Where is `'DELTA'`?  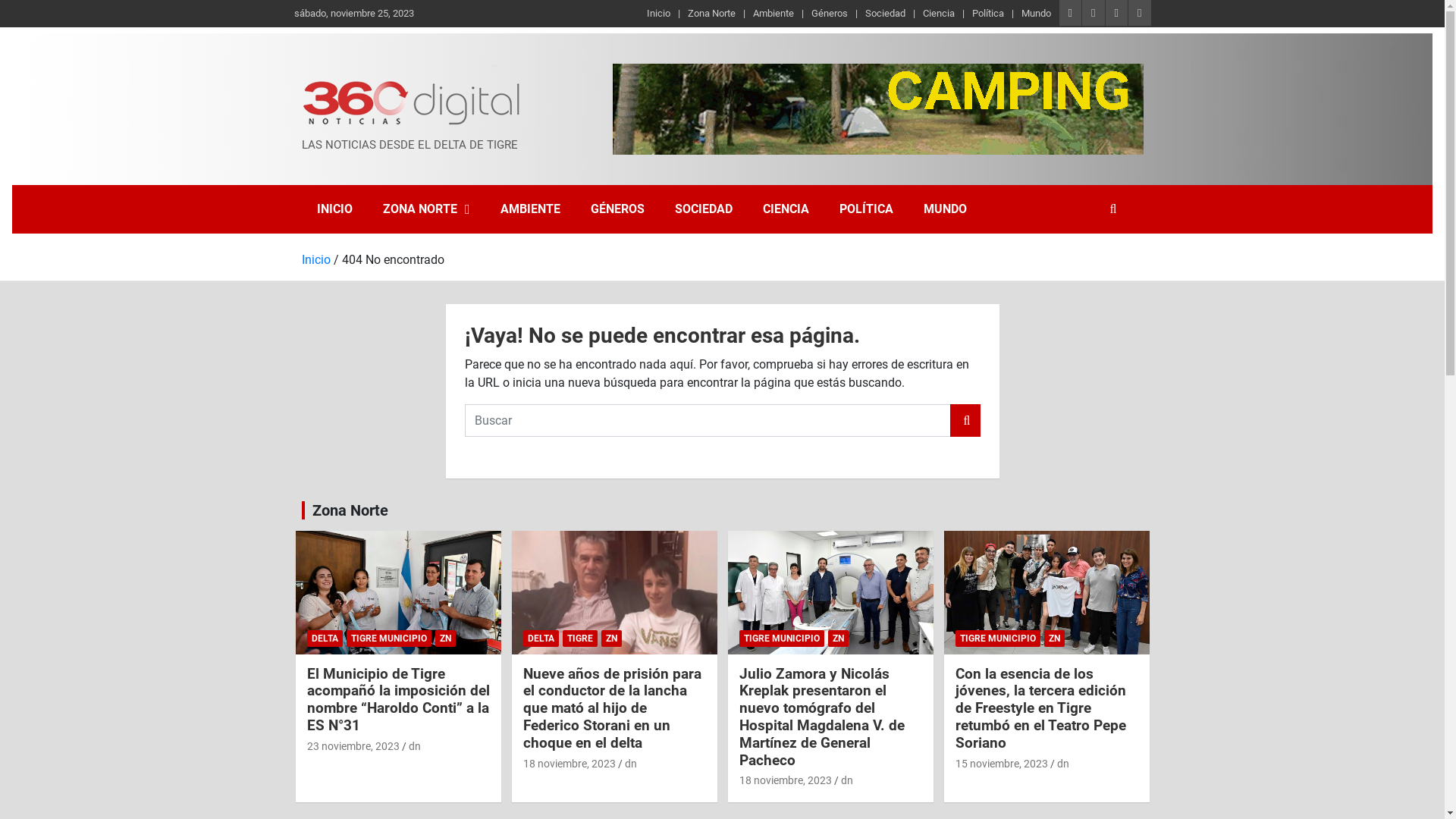
'DELTA' is located at coordinates (541, 638).